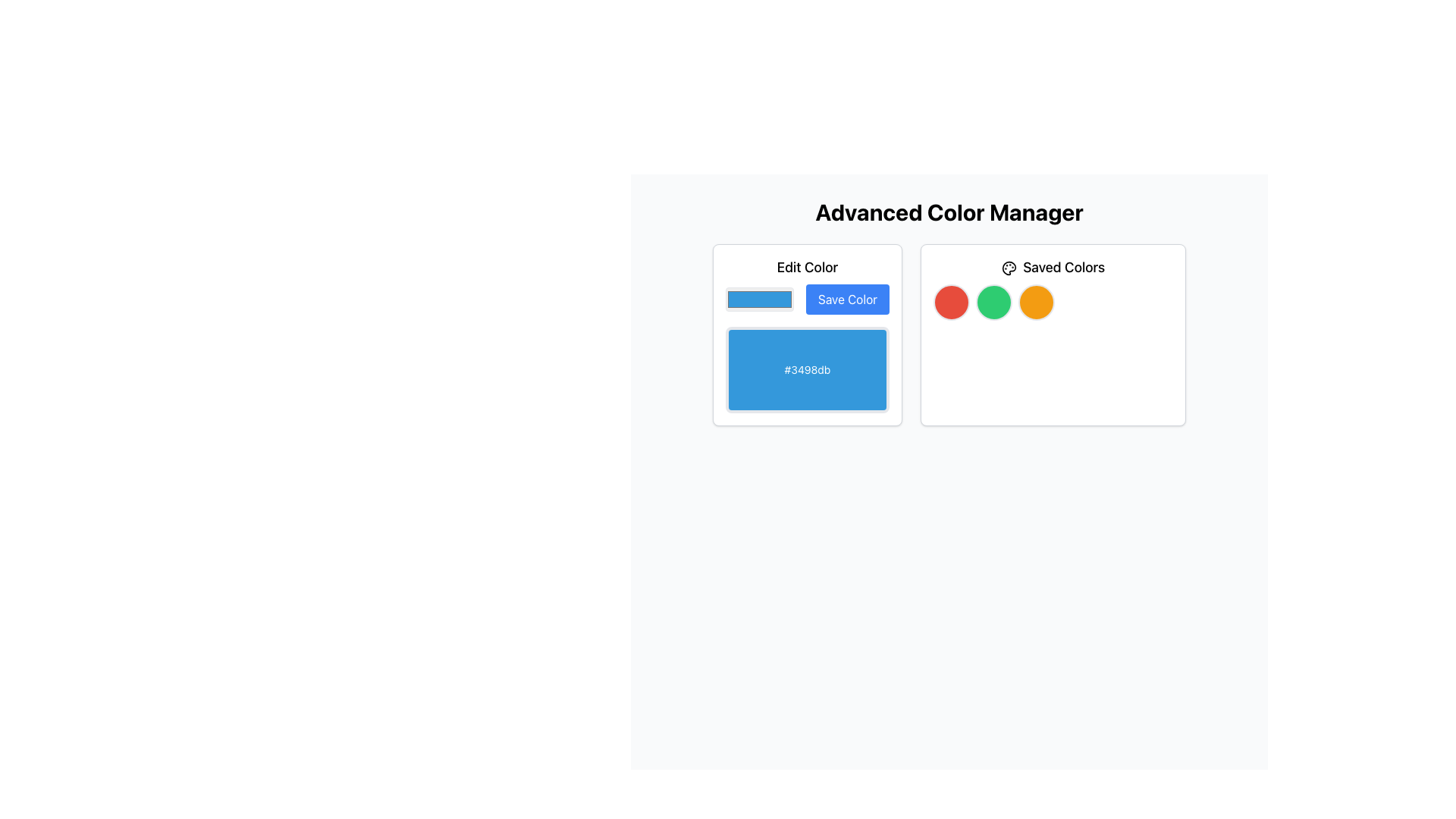 This screenshot has height=819, width=1456. I want to click on the third circular color selection indicator, which is vibrant orange with a light border, so click(1036, 302).